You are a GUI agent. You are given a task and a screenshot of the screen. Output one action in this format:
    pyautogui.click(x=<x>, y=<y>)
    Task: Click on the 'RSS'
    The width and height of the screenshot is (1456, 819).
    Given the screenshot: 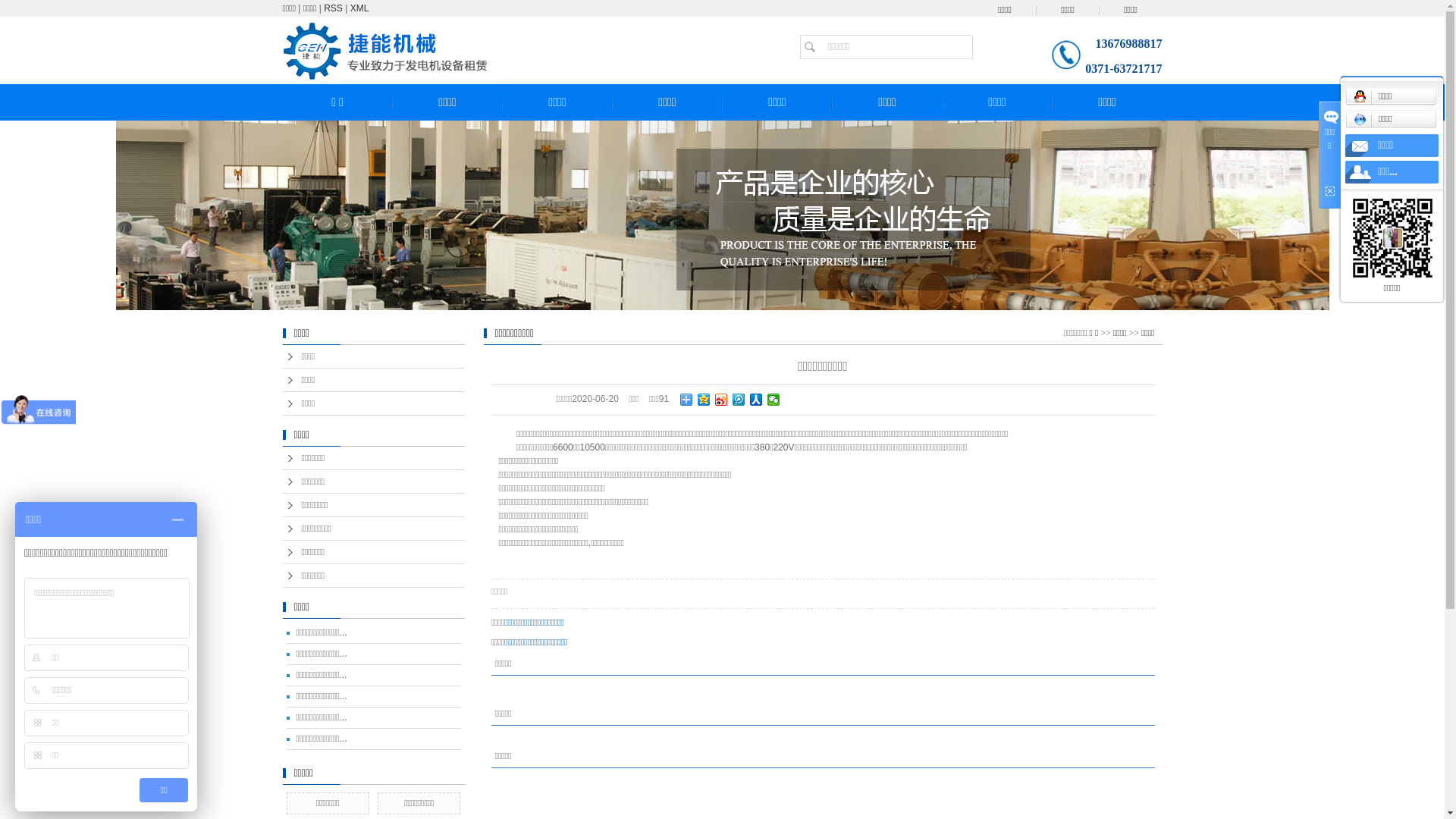 What is the action you would take?
    pyautogui.click(x=332, y=8)
    